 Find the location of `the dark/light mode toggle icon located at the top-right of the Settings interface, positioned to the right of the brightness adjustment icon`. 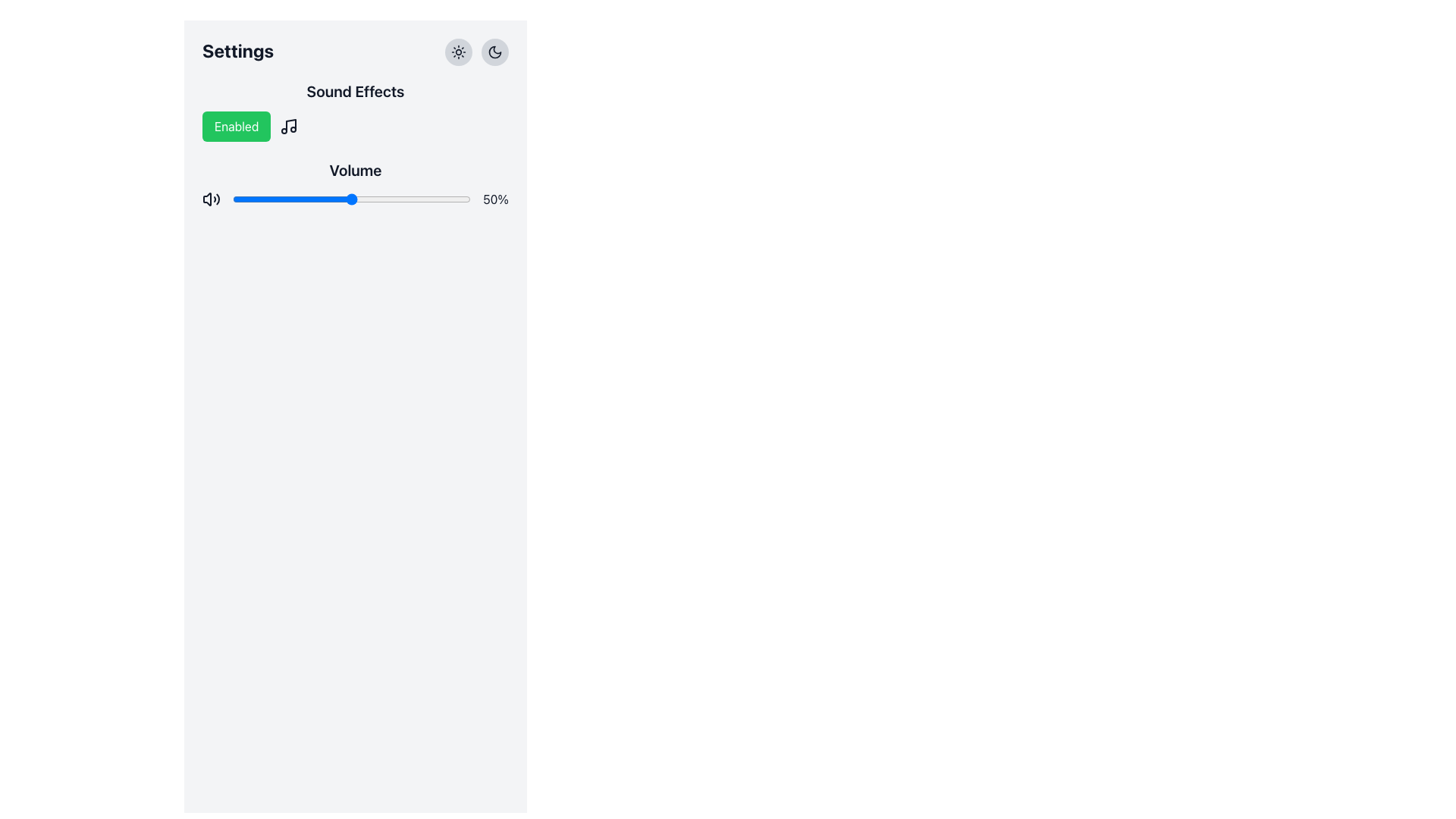

the dark/light mode toggle icon located at the top-right of the Settings interface, positioned to the right of the brightness adjustment icon is located at coordinates (494, 52).